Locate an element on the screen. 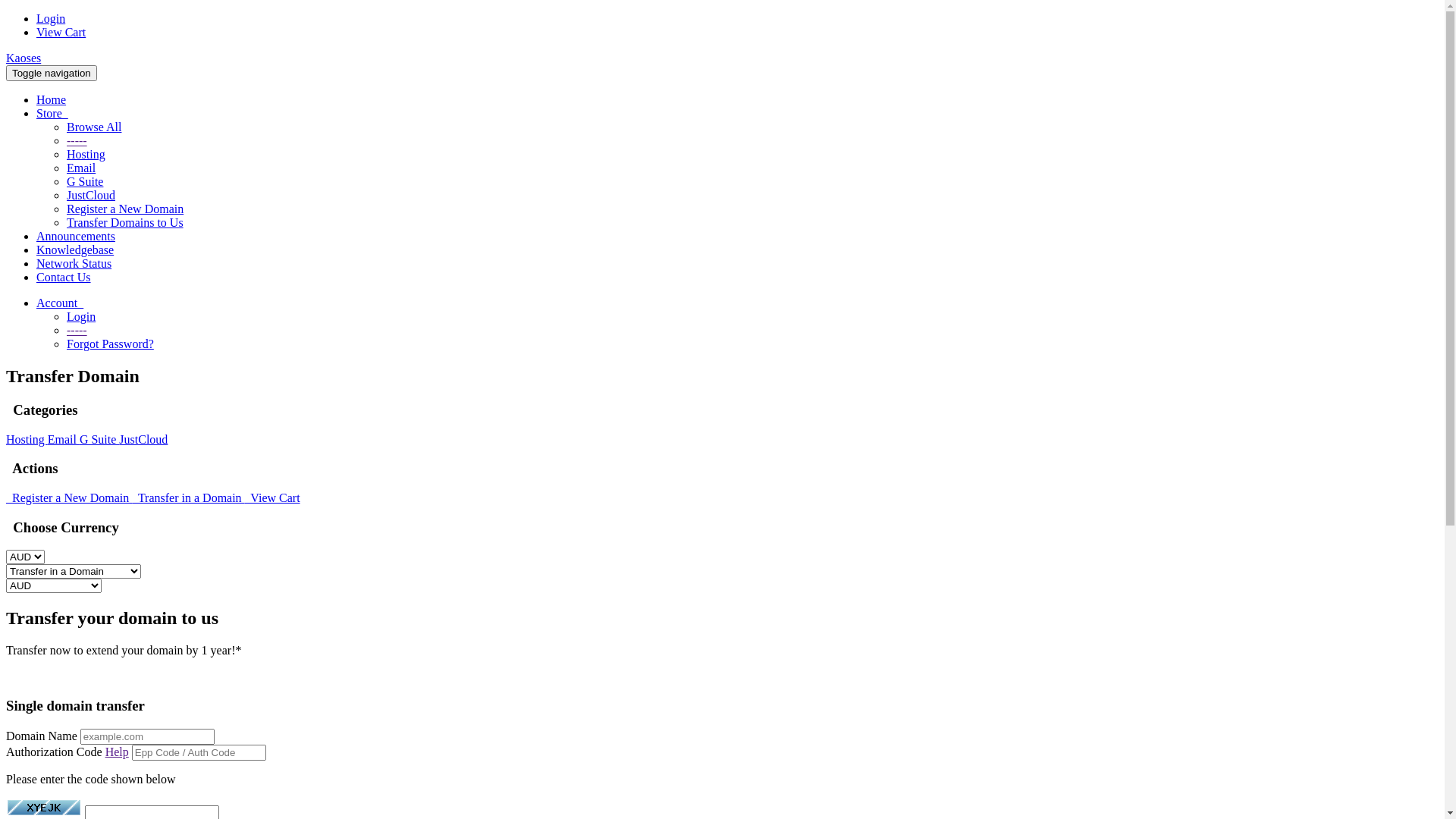 This screenshot has width=1456, height=819. '  Register a New Domain' is located at coordinates (68, 497).